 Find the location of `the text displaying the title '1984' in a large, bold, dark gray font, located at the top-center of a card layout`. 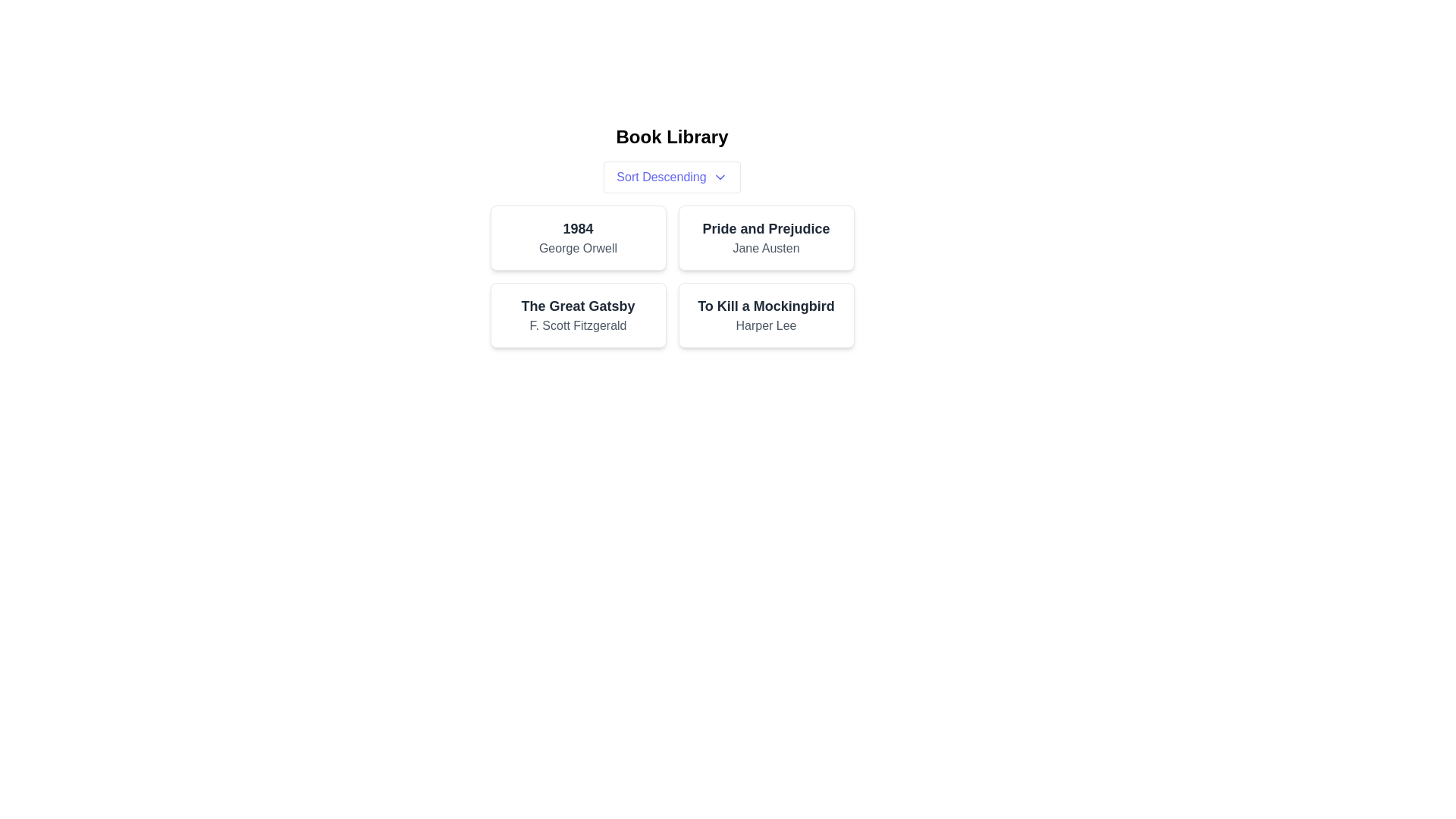

the text displaying the title '1984' in a large, bold, dark gray font, located at the top-center of a card layout is located at coordinates (577, 228).